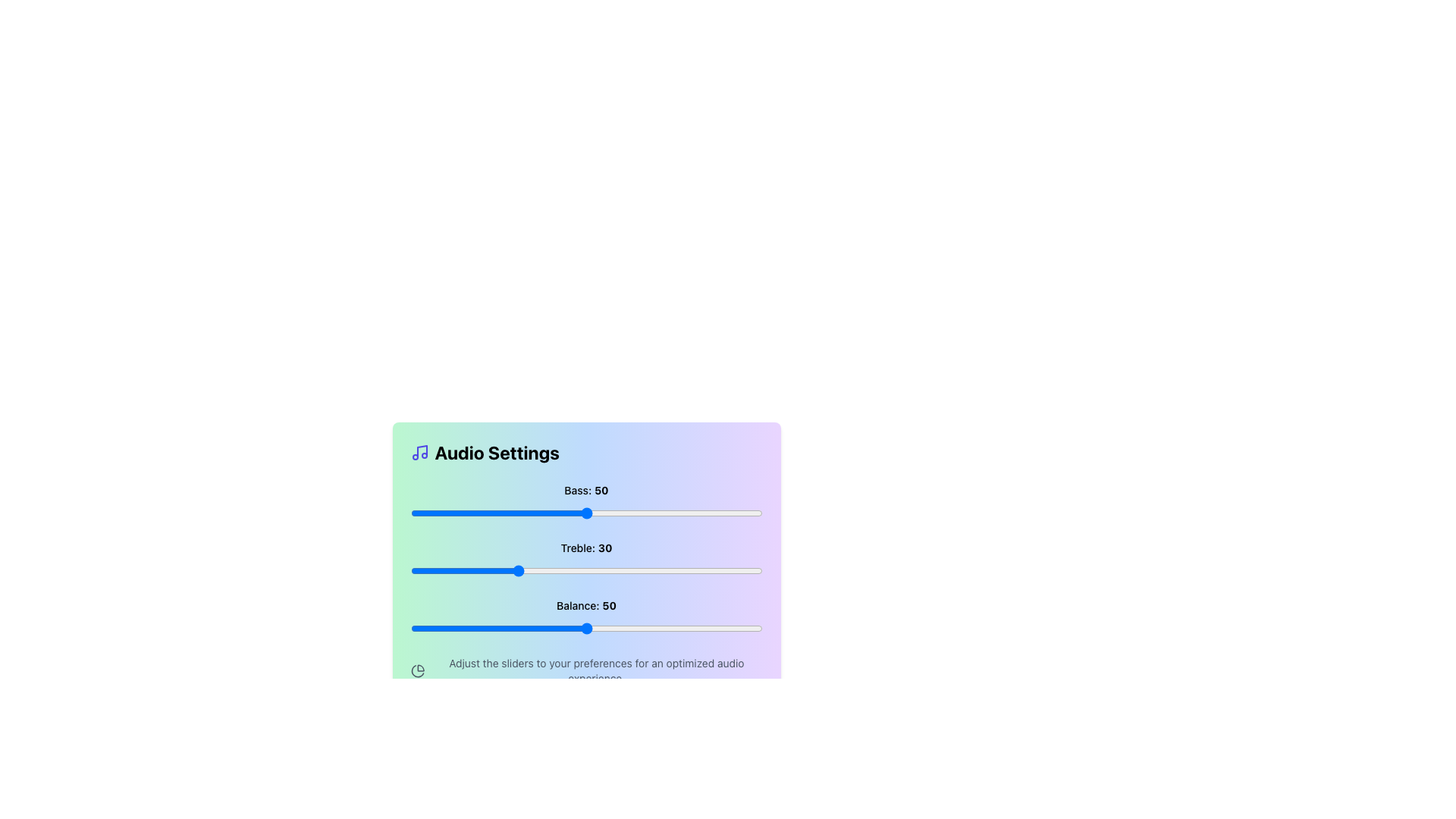 The height and width of the screenshot is (819, 1456). Describe the element at coordinates (585, 604) in the screenshot. I see `the 'Balance' text label in the 'Audio Settings' section, which indicates the current balance setting as '50'` at that location.